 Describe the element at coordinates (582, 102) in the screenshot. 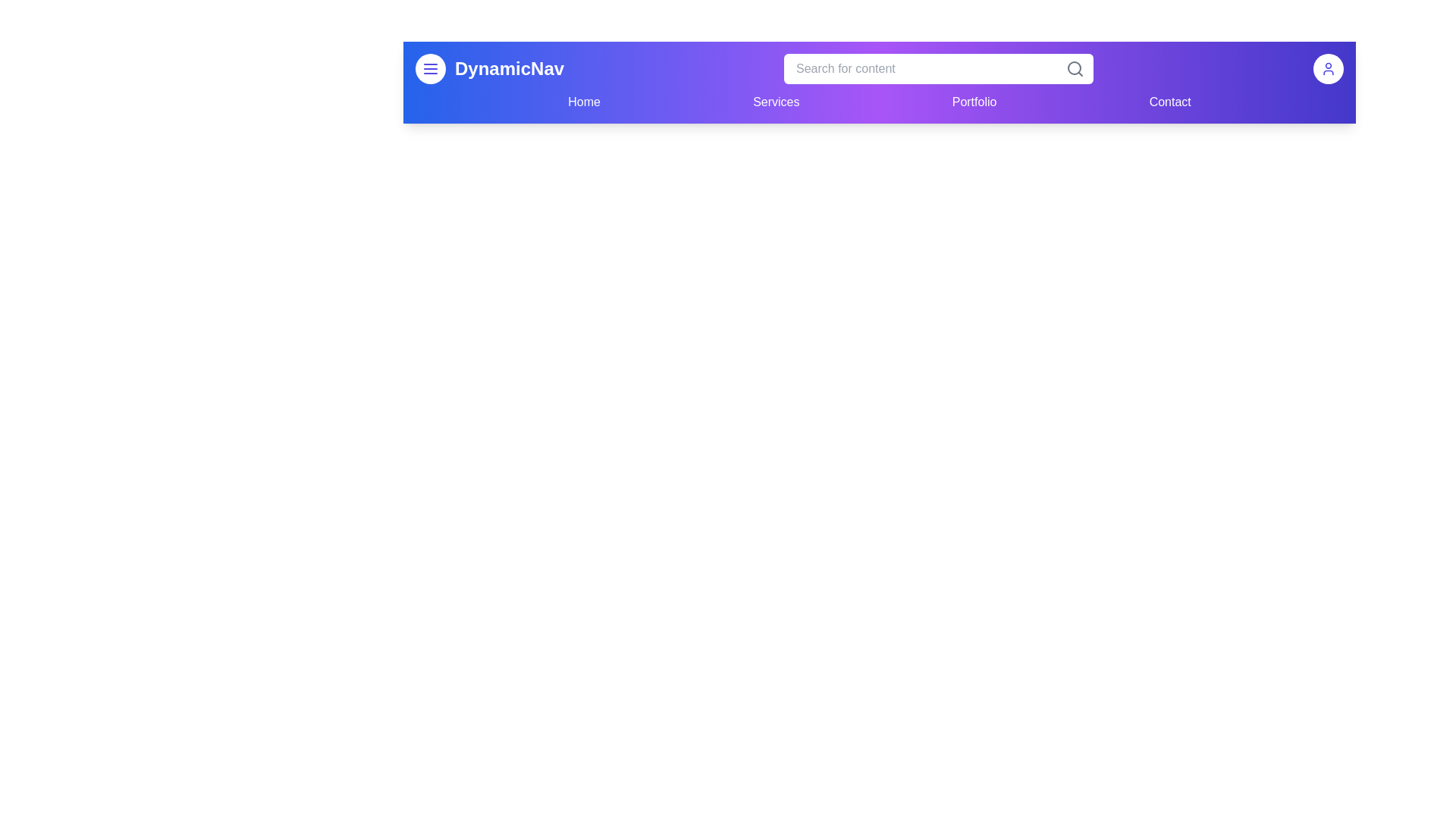

I see `the navigation link labeled Home to navigate to the corresponding page` at that location.